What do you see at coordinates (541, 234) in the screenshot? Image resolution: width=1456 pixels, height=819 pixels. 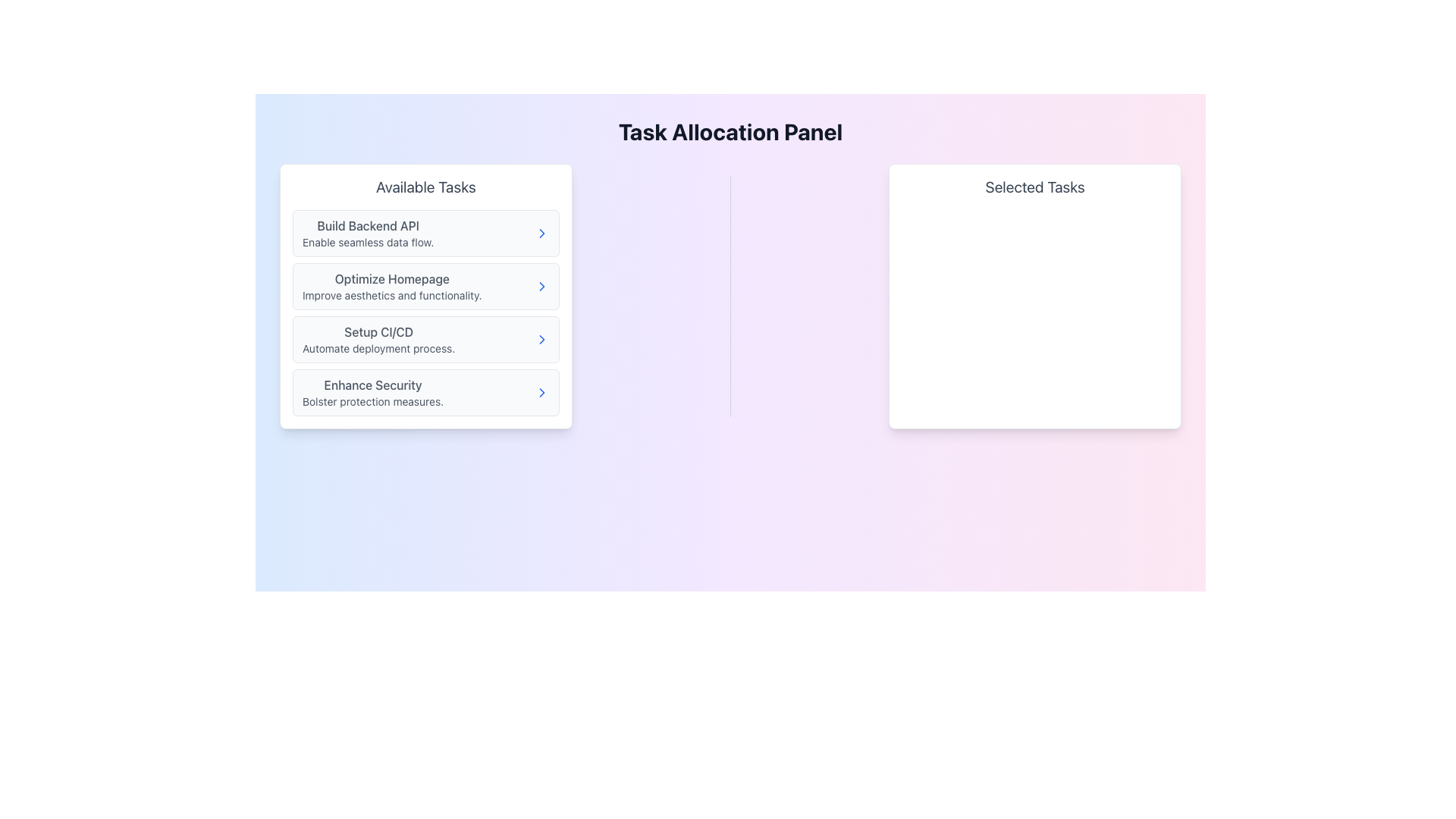 I see `the chevron icon located at the rightmost position of the 'Build Backend API' task item in the 'Available Tasks' panel` at bounding box center [541, 234].